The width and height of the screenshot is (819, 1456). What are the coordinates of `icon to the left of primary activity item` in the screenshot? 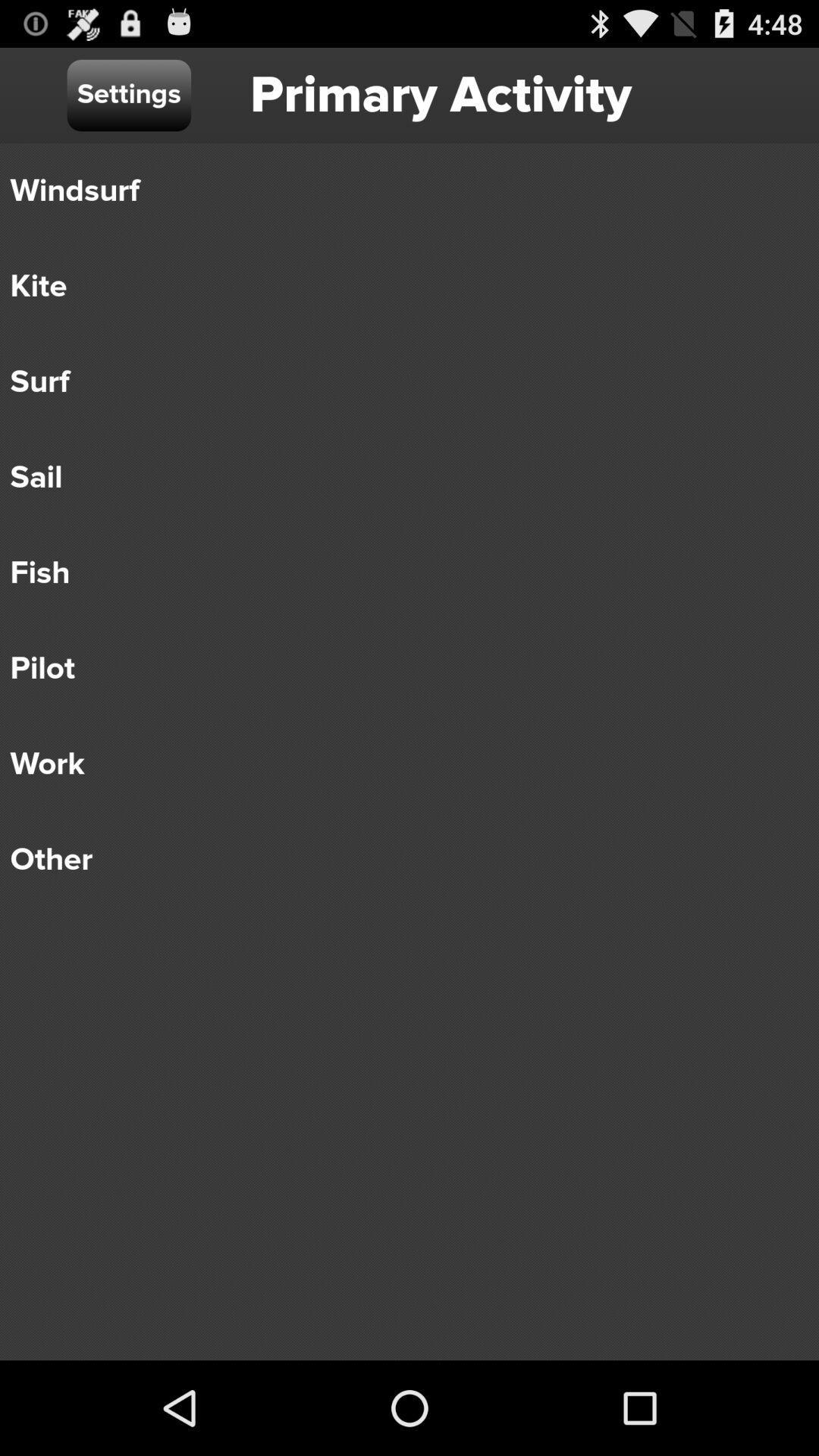 It's located at (128, 94).